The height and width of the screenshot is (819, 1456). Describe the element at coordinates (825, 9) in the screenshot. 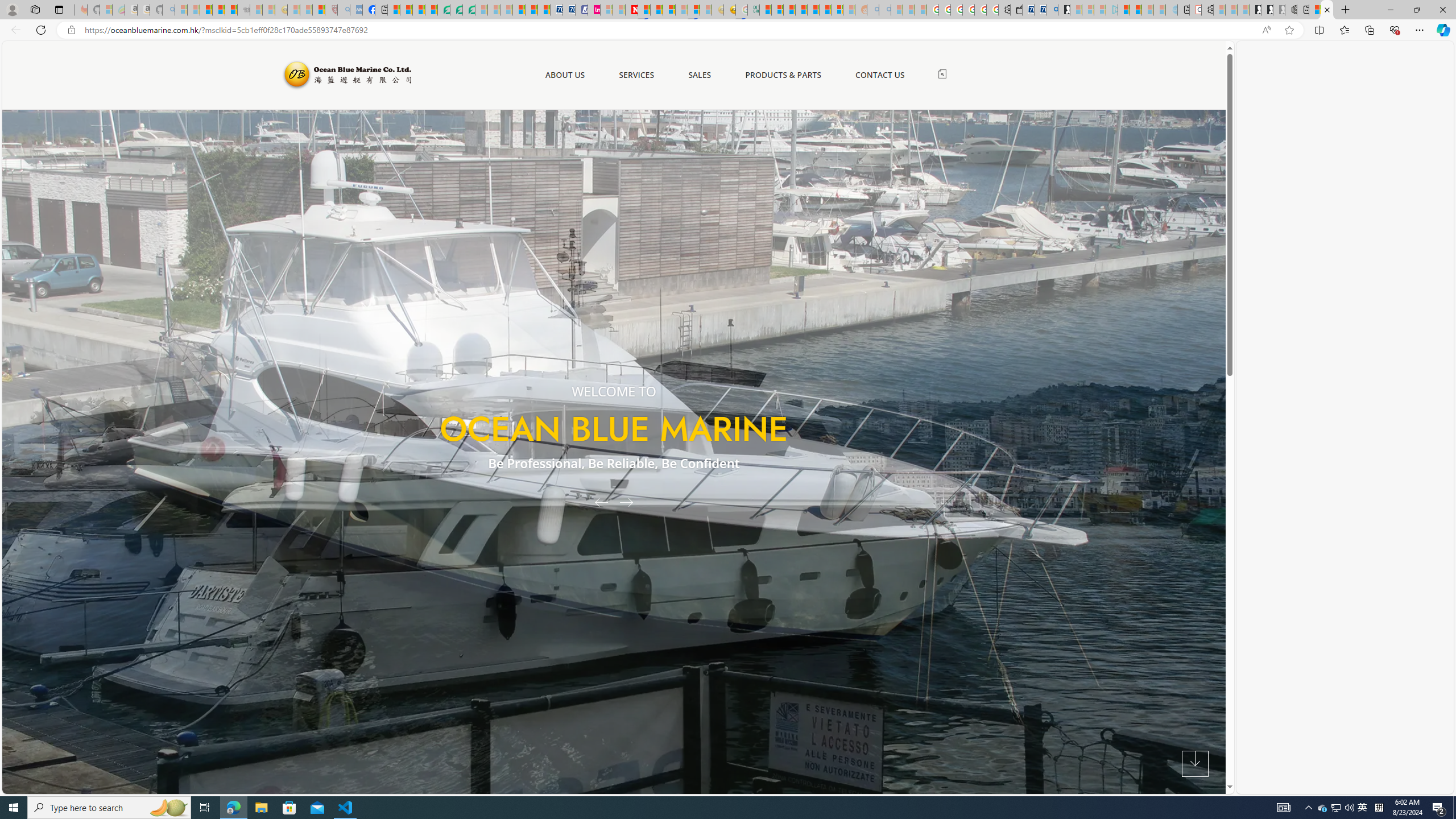

I see `'Kinda Frugal - MSN'` at that location.